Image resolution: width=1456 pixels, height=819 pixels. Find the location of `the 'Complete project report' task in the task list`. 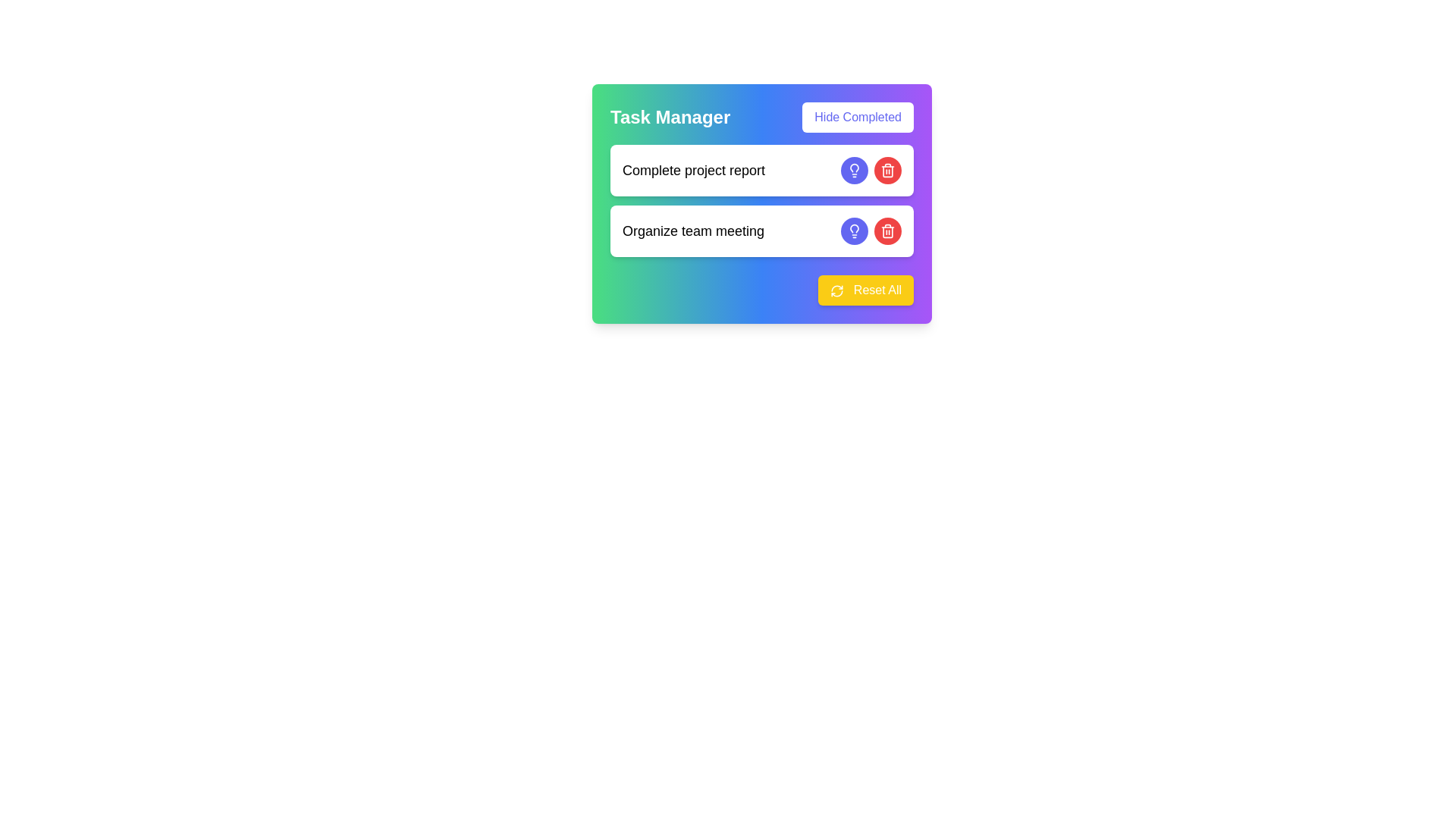

the 'Complete project report' task in the task list is located at coordinates (761, 200).